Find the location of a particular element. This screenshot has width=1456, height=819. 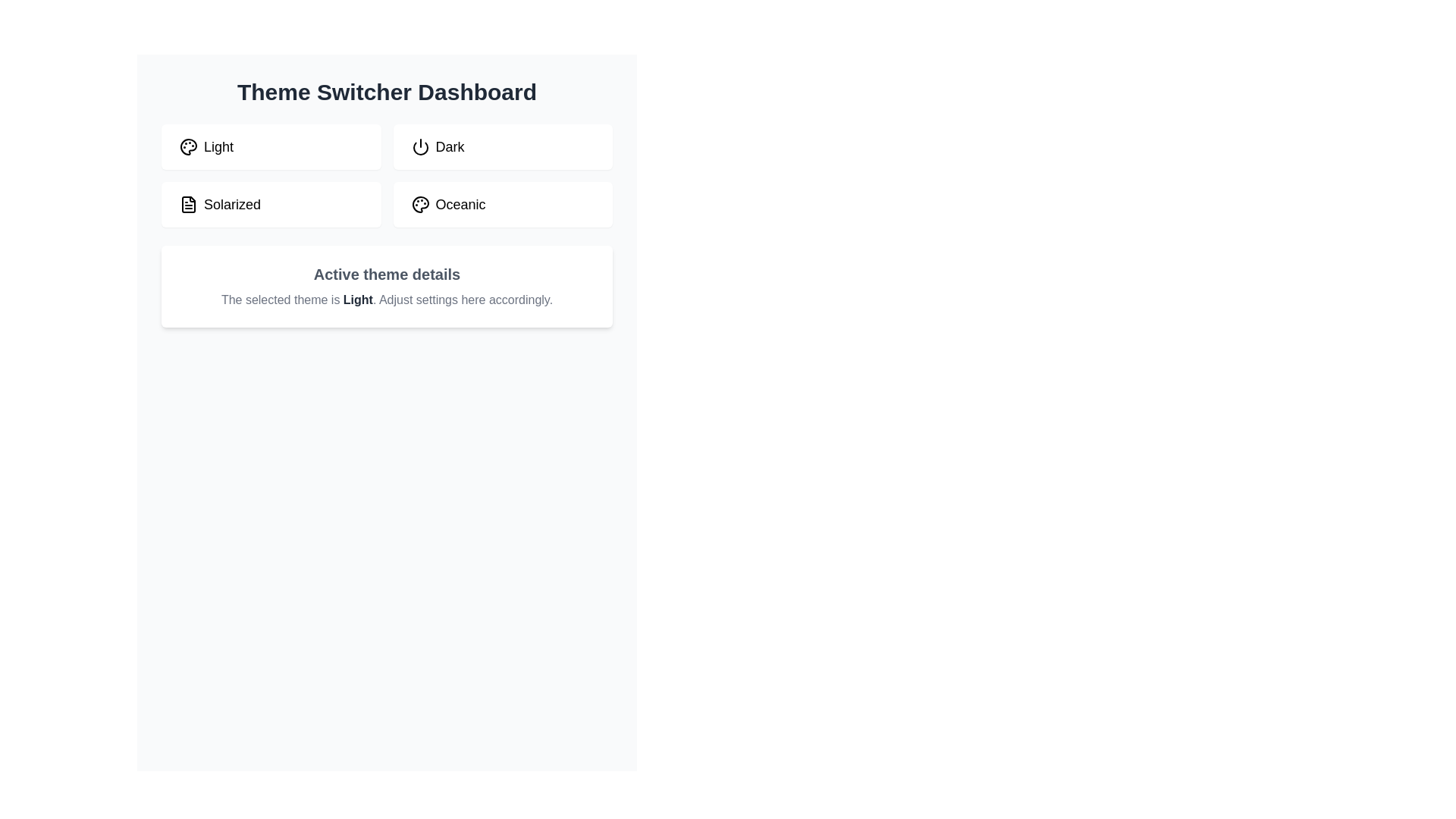

the 'Oceanic' theme icon located on the right side of the second row of the button grid, beneath the 'Dark' button and to the right of the 'Solarized' button is located at coordinates (420, 205).